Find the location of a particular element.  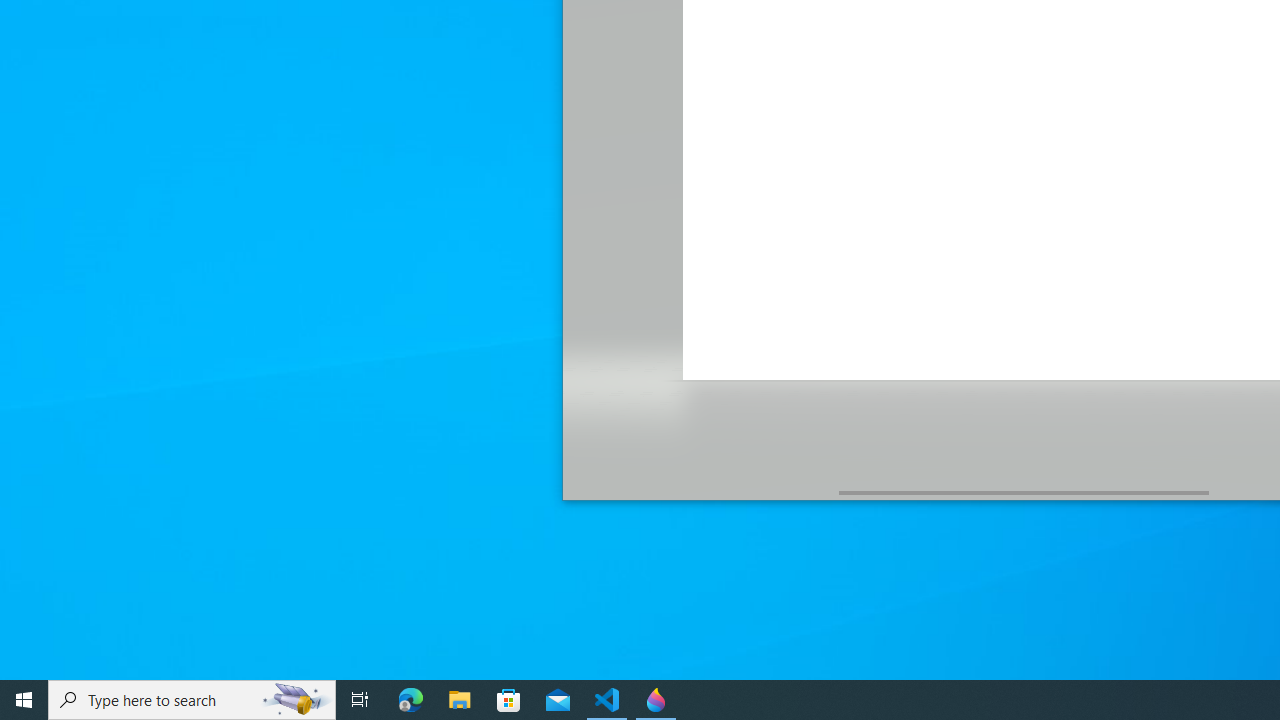

'Visual Studio Code - 1 running window' is located at coordinates (606, 698).